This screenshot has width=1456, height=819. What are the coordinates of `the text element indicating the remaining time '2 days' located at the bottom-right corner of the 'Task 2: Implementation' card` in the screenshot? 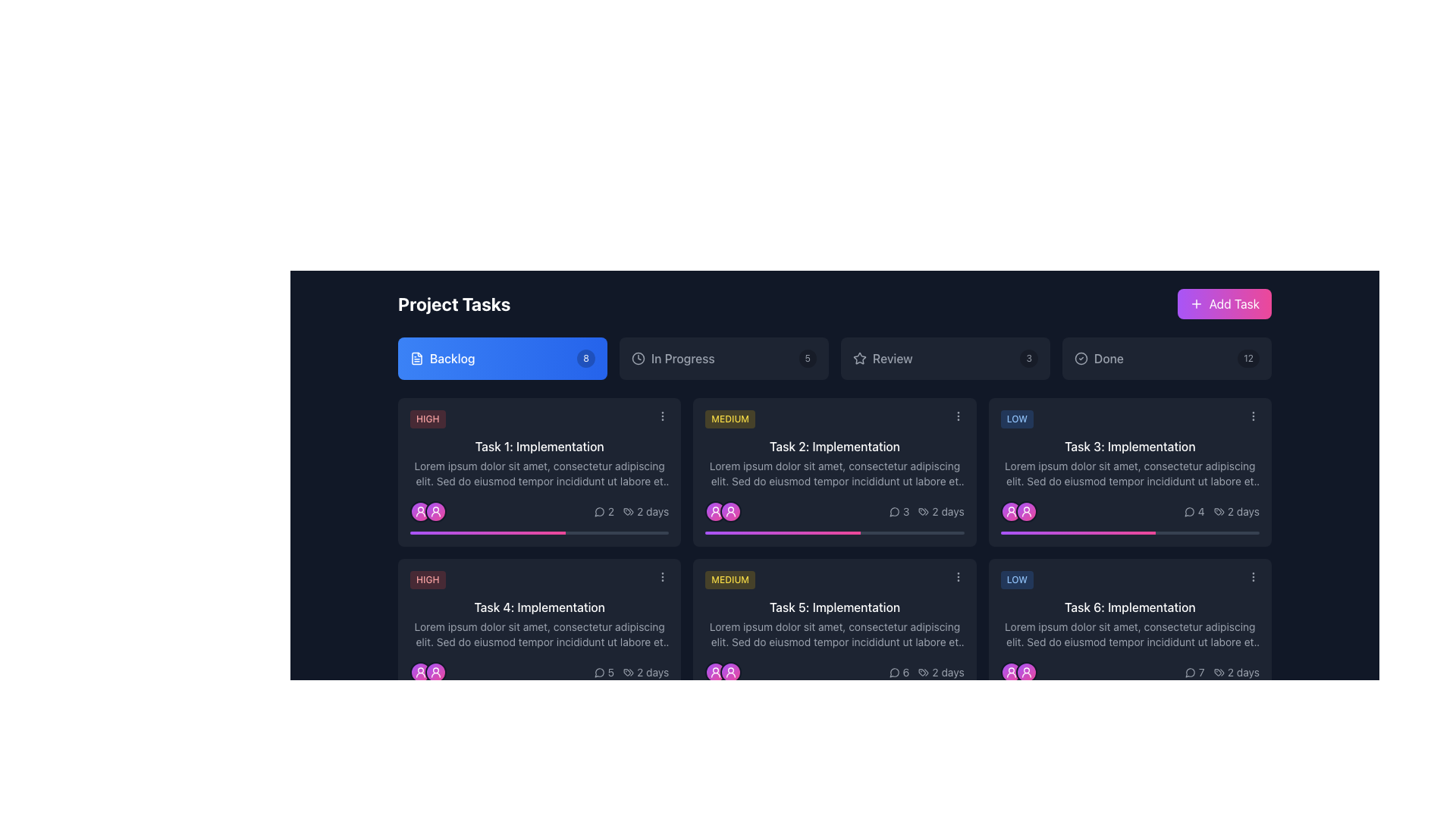 It's located at (947, 512).